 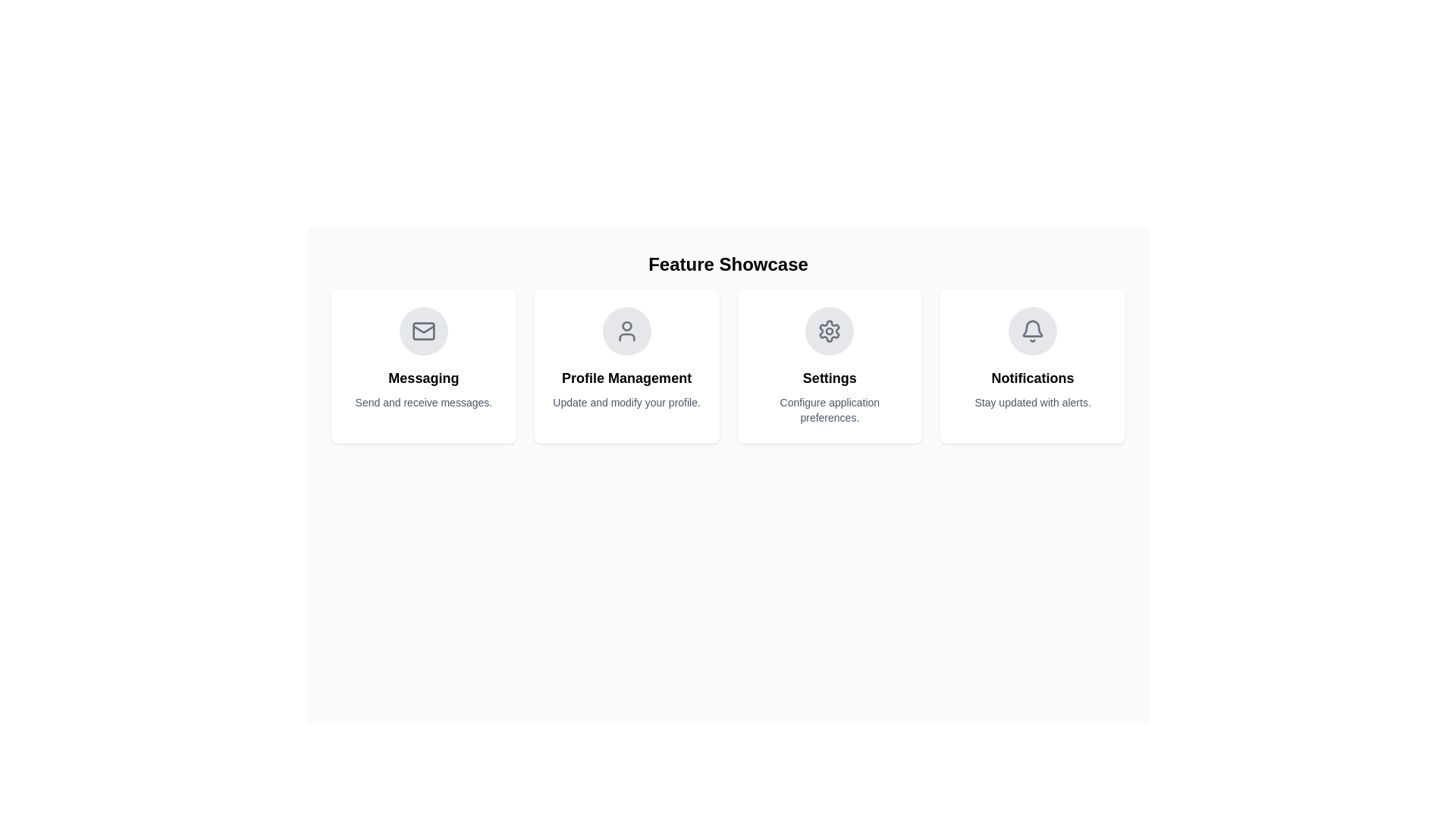 I want to click on the 'Settings' section title text label, which is positioned below the settings icon and above the descriptive text 'Configure application preferences', so click(x=829, y=377).